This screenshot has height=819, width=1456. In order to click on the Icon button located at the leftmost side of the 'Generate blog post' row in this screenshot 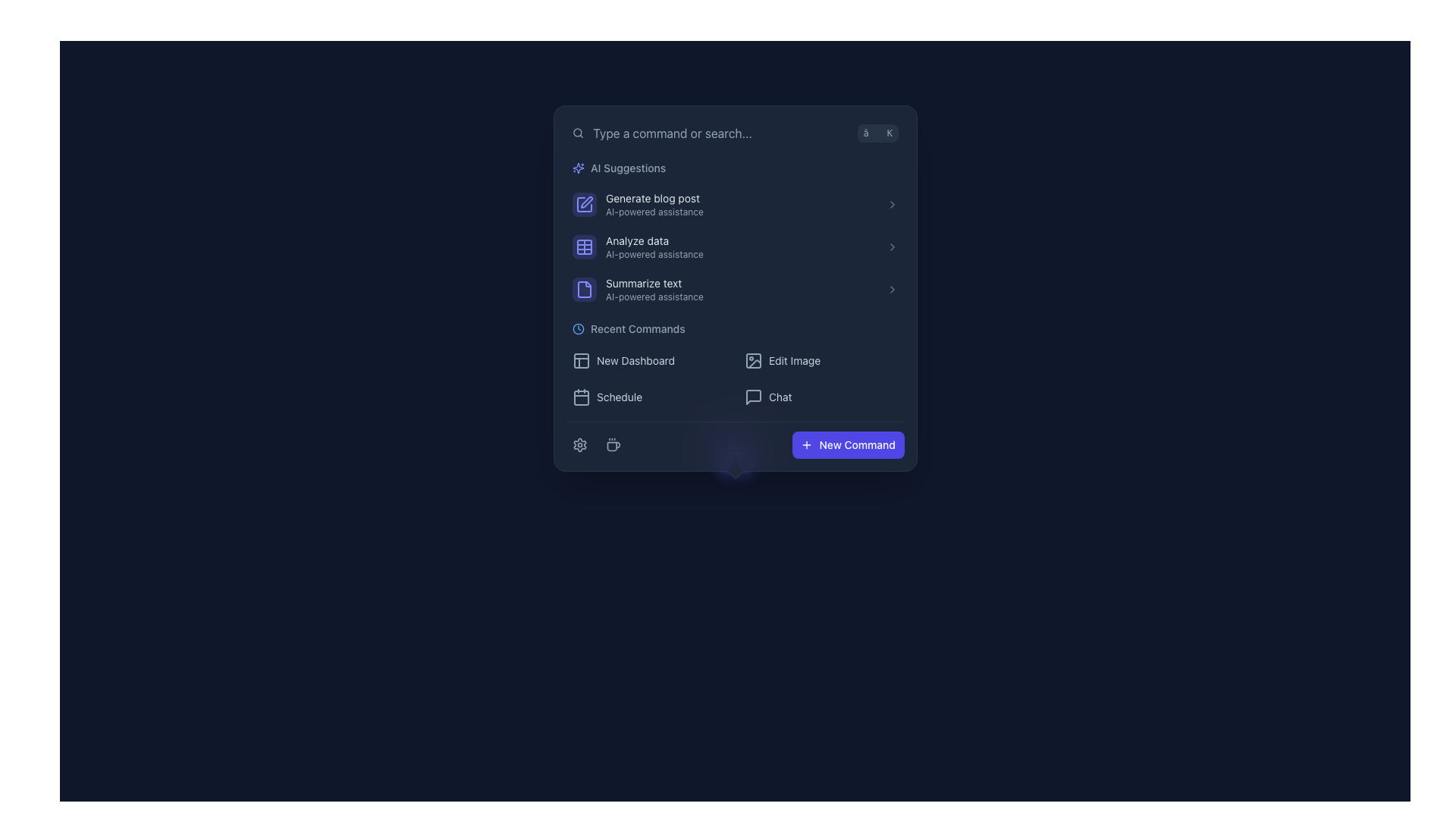, I will do `click(583, 205)`.